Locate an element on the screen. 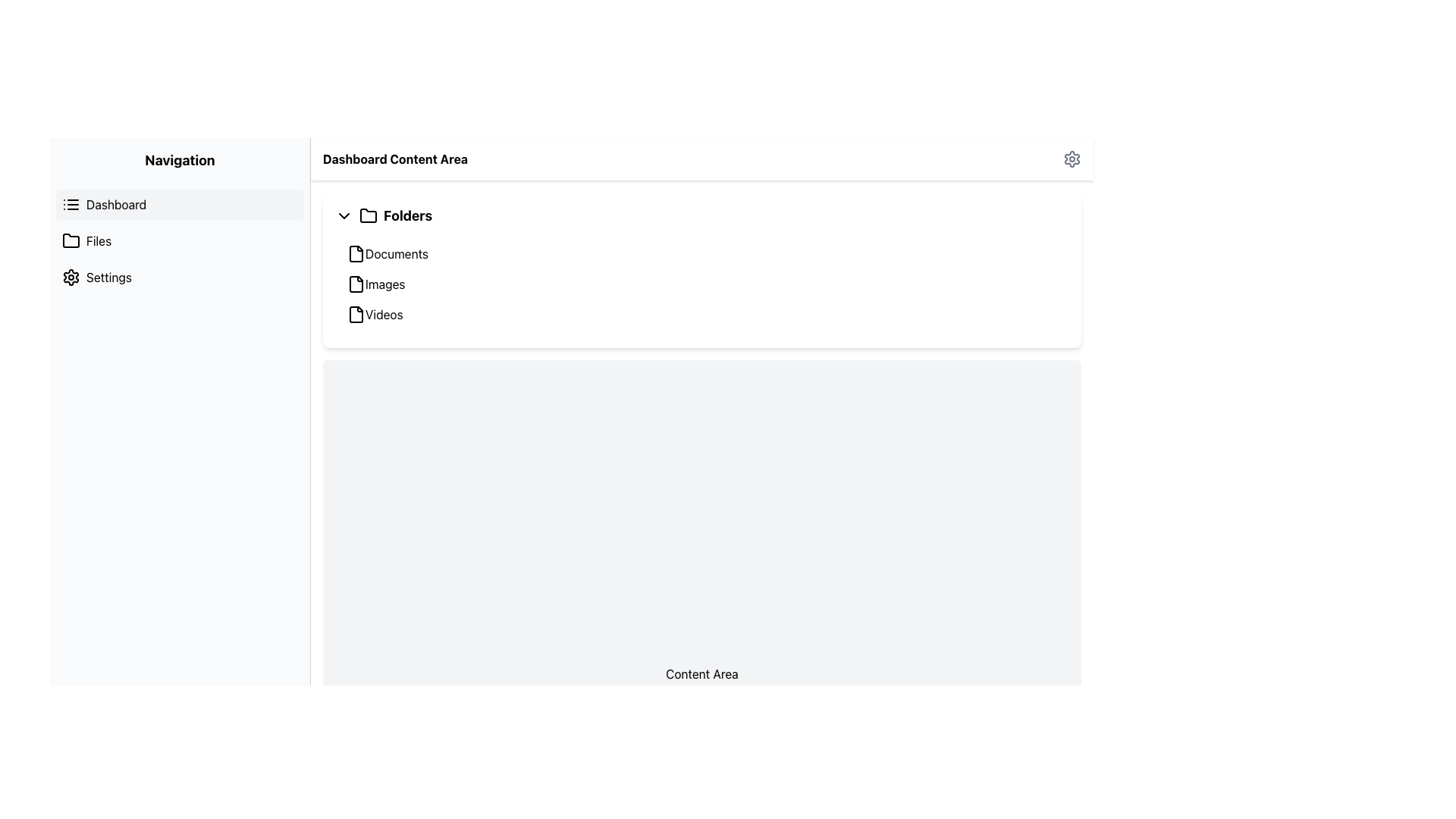 This screenshot has width=1456, height=819. the folder icon located in the Dashboard Content Area, to the left of the text 'Folders' is located at coordinates (368, 215).